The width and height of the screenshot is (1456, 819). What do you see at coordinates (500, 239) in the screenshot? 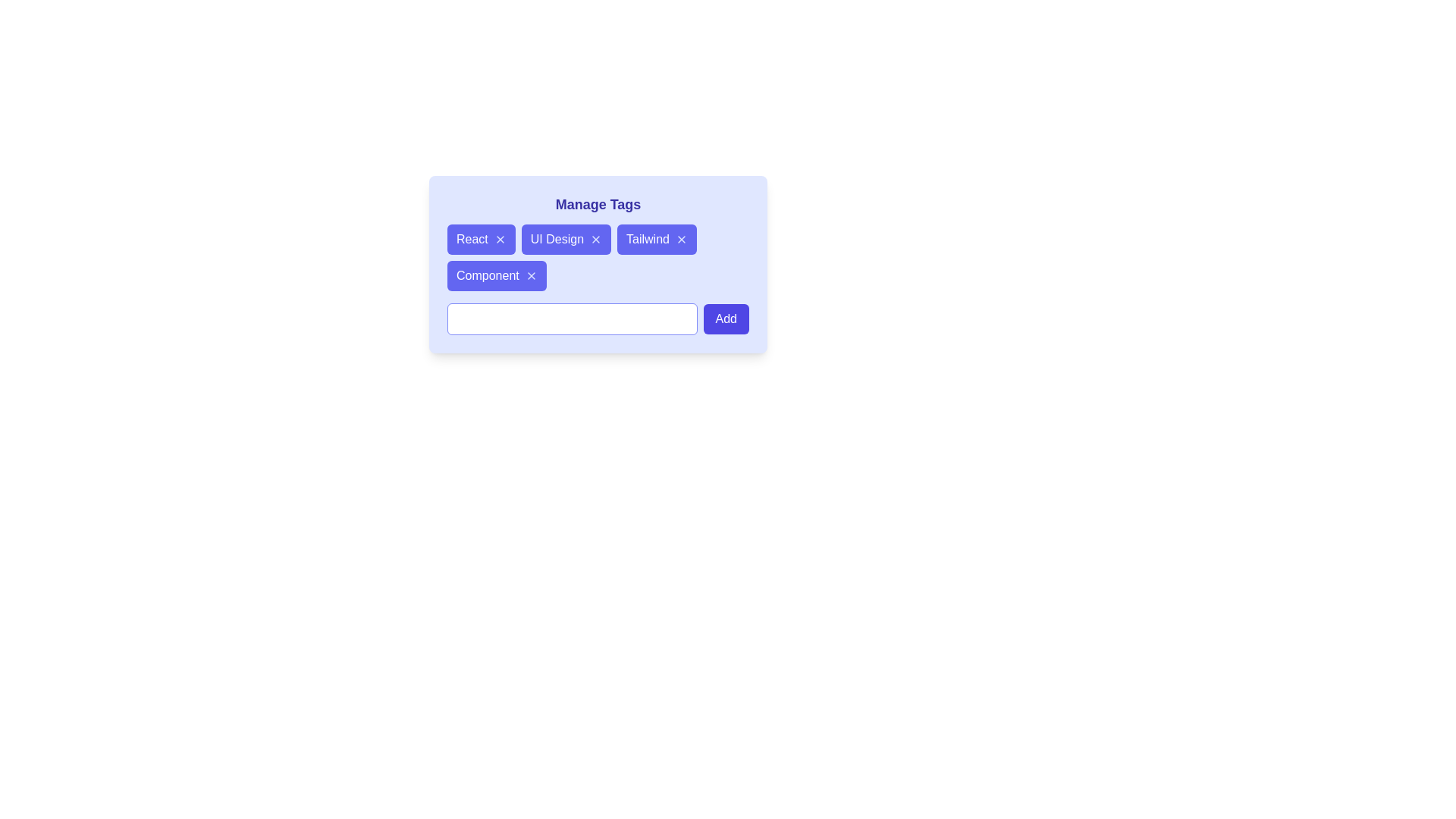
I see `the close button of the tag labeled React to remove it` at bounding box center [500, 239].